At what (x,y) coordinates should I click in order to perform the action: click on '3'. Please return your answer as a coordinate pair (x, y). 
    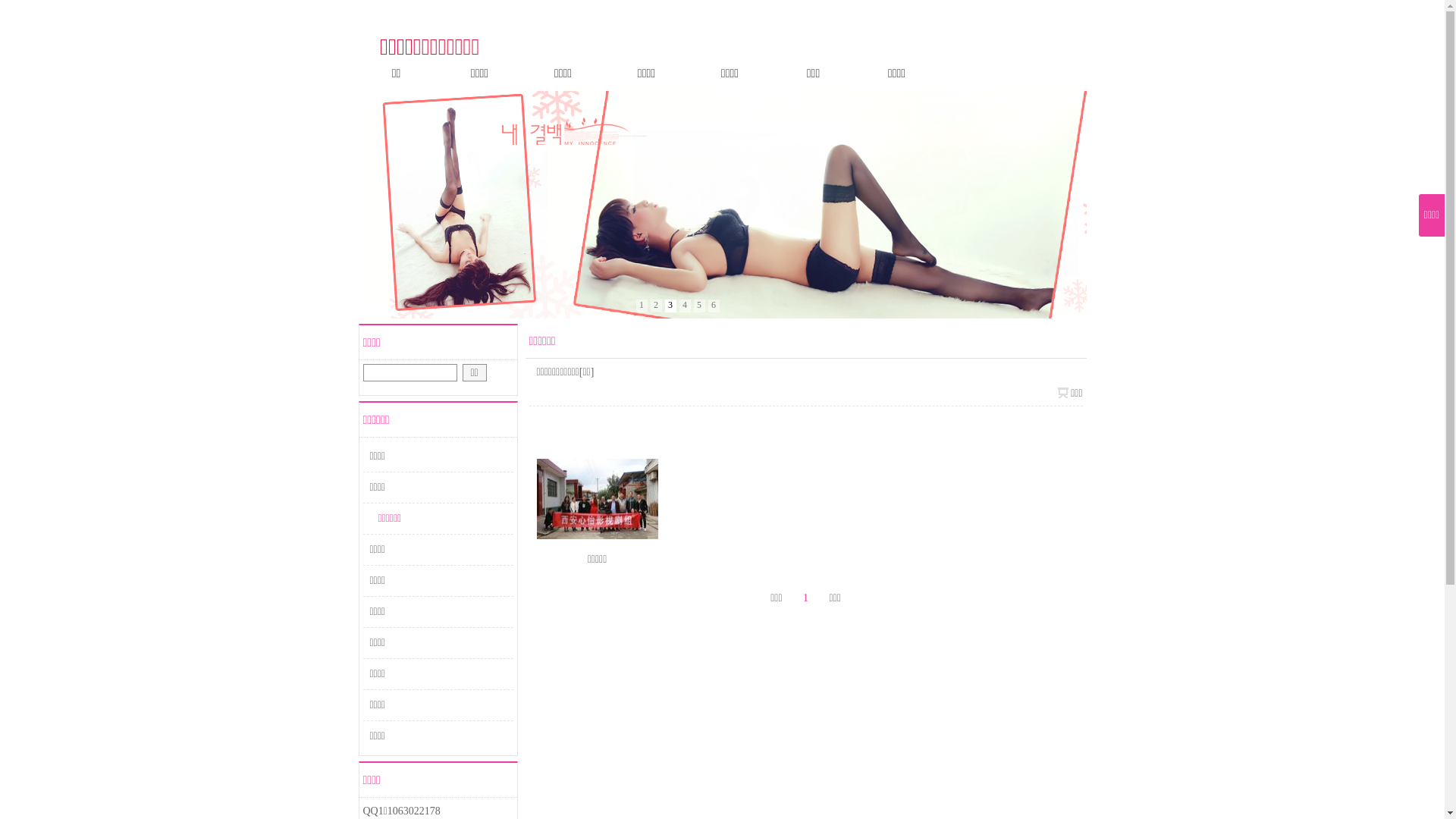
    Looking at the image, I should click on (669, 306).